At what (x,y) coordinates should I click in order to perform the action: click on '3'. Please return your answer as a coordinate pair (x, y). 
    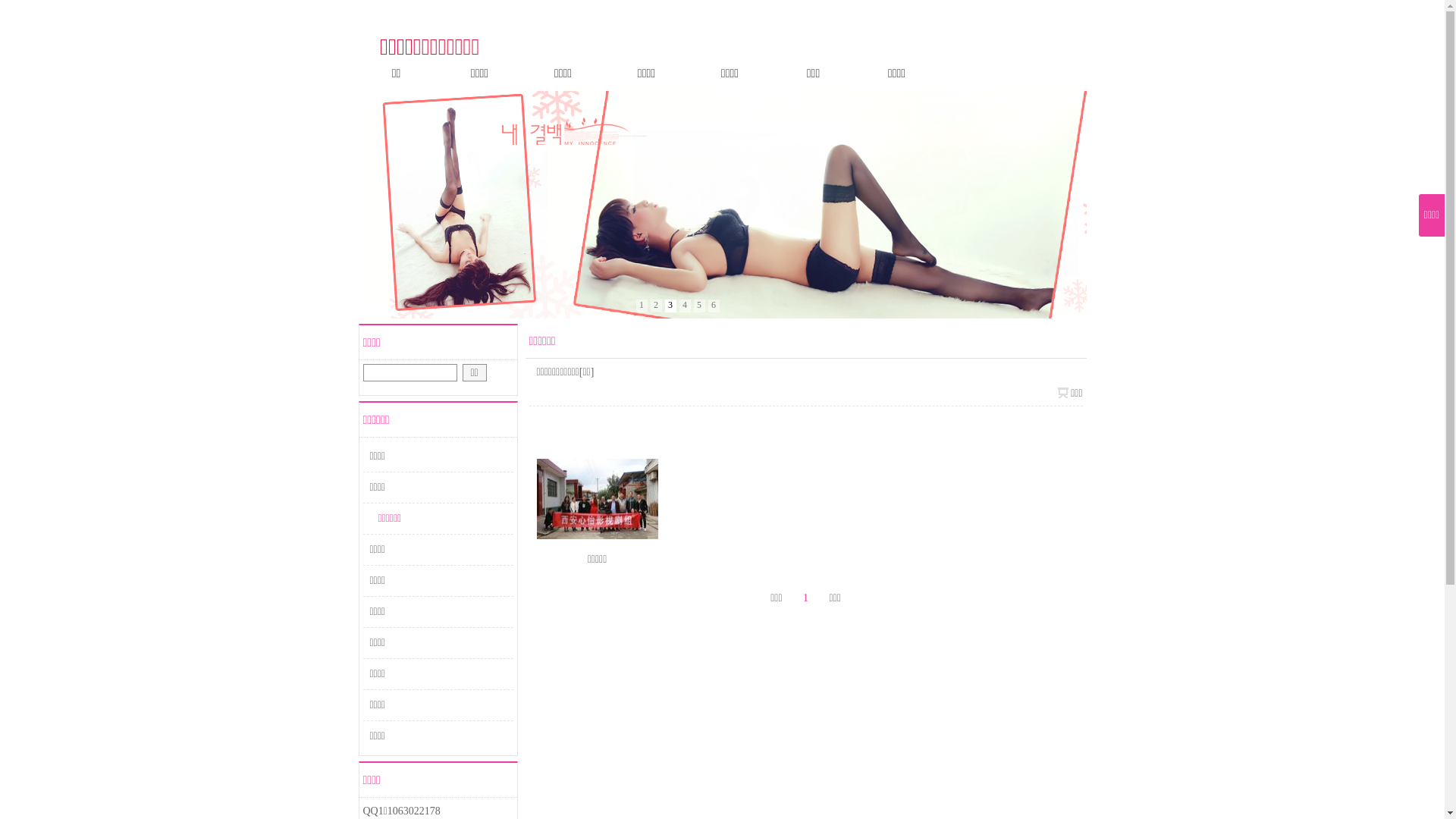
    Looking at the image, I should click on (669, 306).